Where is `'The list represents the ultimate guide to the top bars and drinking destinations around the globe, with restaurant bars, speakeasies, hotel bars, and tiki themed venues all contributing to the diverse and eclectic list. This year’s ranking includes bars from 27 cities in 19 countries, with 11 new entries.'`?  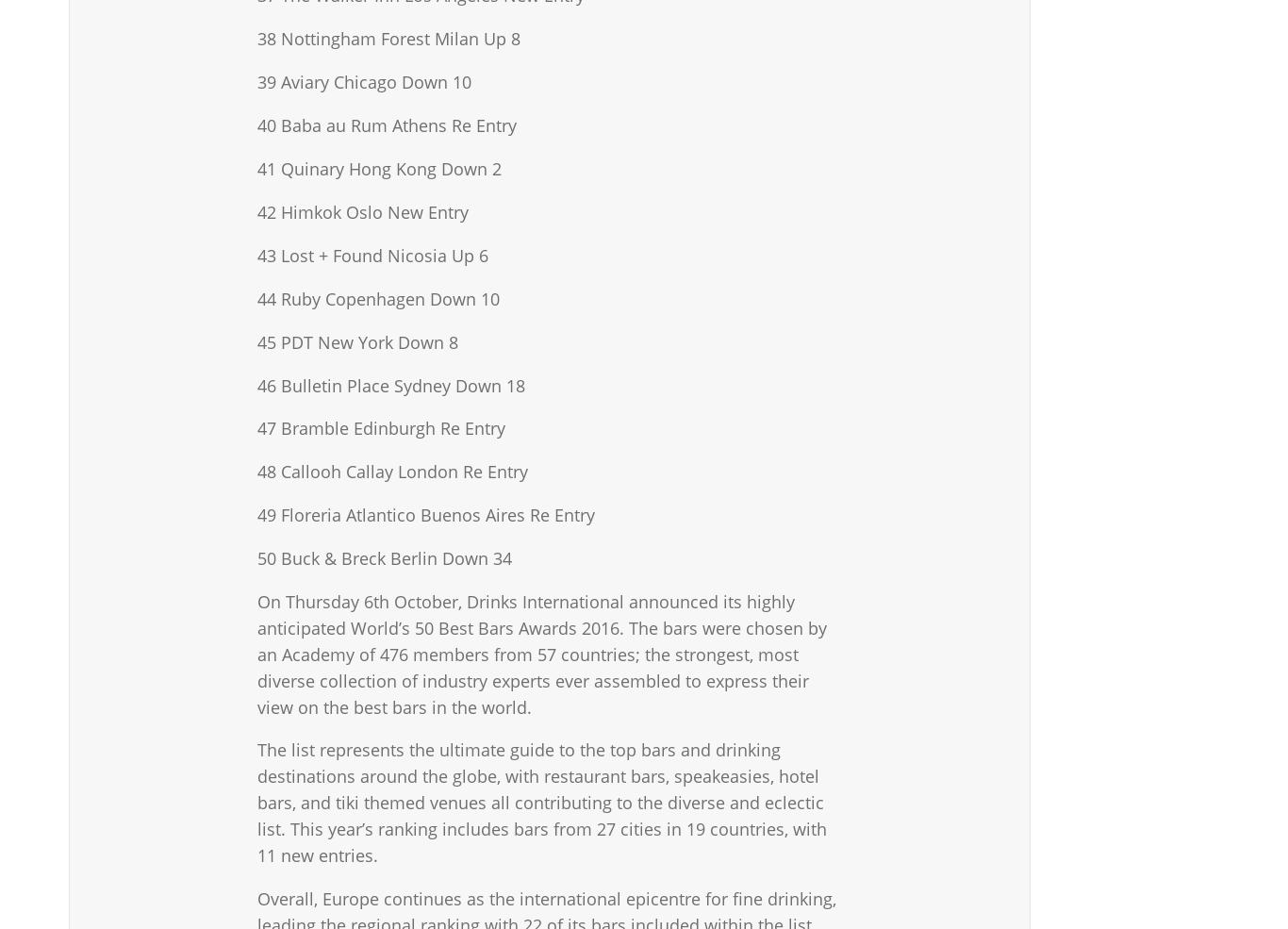
'The list represents the ultimate guide to the top bars and drinking destinations around the globe, with restaurant bars, speakeasies, hotel bars, and tiki themed venues all contributing to the diverse and eclectic list. This year’s ranking includes bars from 27 cities in 19 countries, with 11 new entries.' is located at coordinates (540, 801).